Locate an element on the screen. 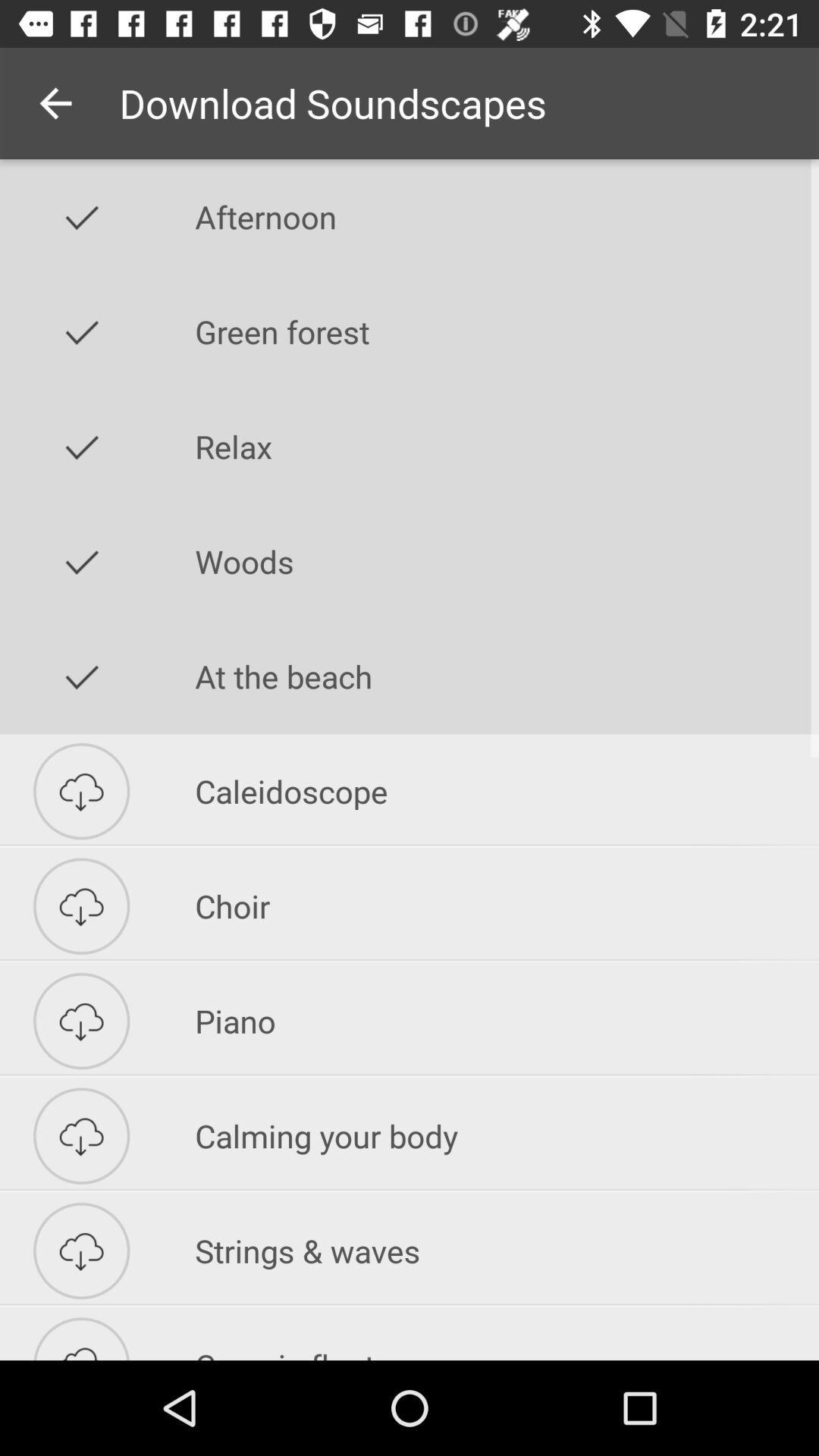 The image size is (819, 1456). afternoon icon is located at coordinates (507, 216).